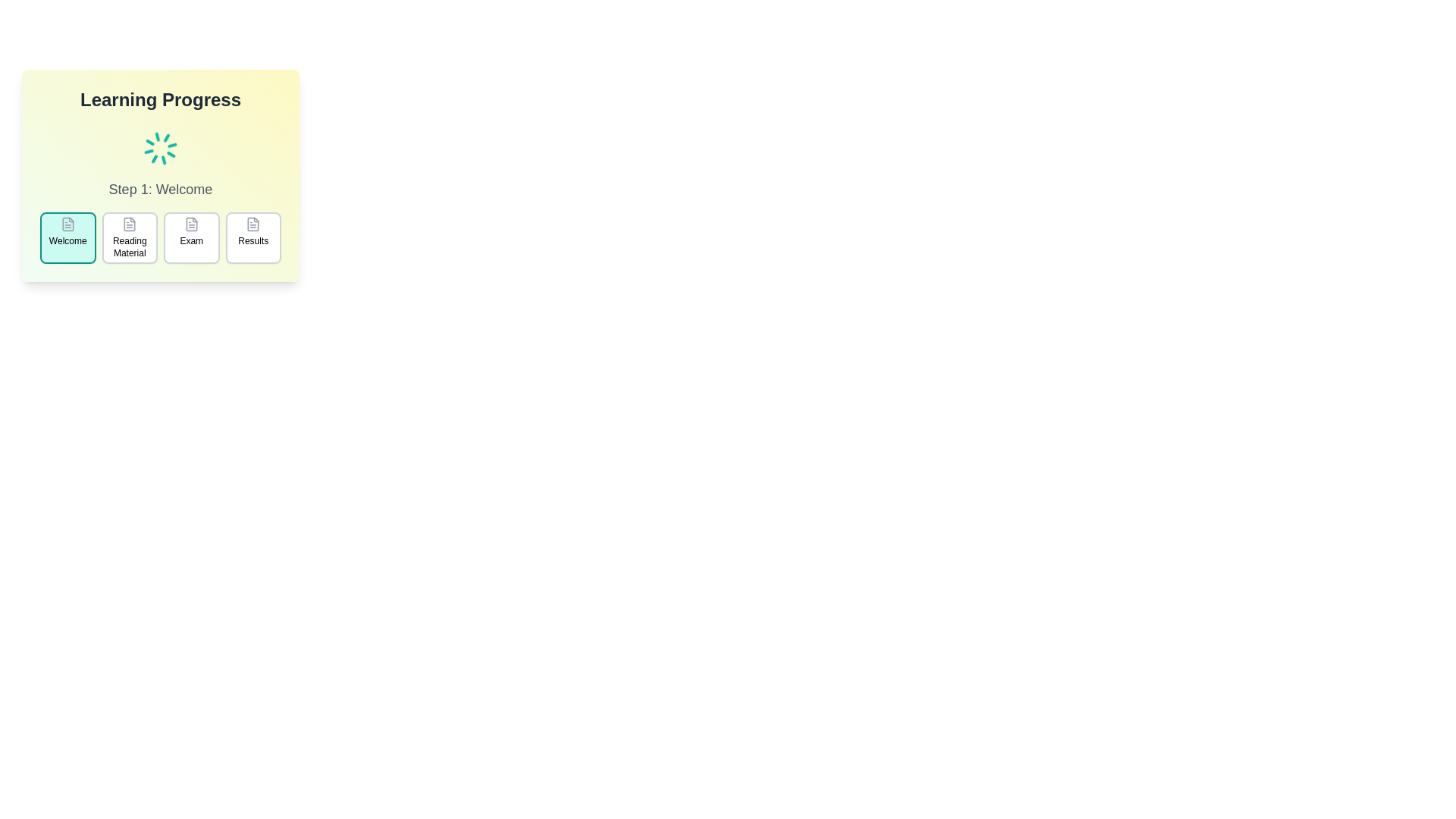 Image resolution: width=1456 pixels, height=819 pixels. I want to click on the 'Results' icon located within the square button in the 'Learning Progress' section, so click(253, 224).